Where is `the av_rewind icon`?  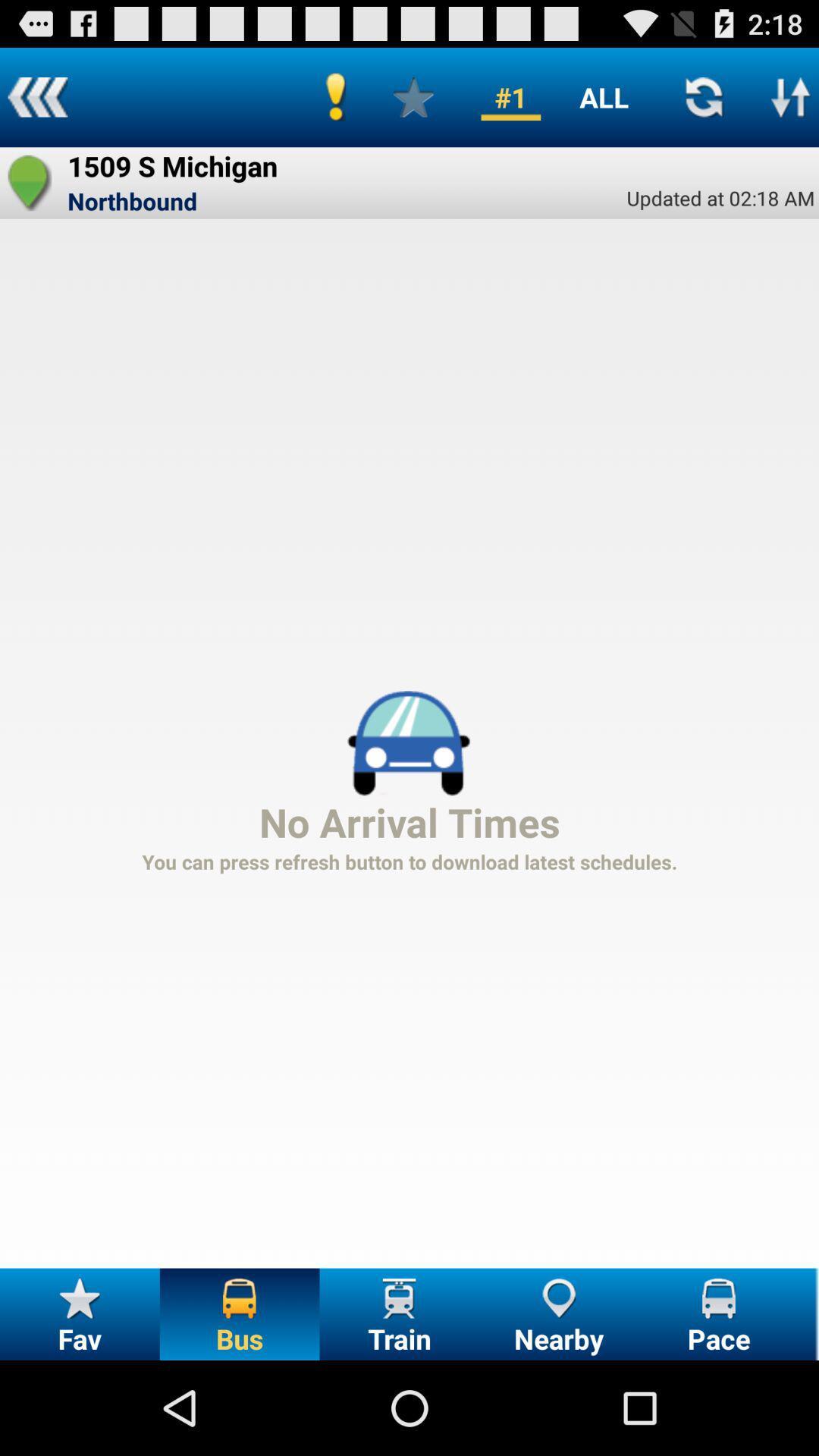 the av_rewind icon is located at coordinates (36, 103).